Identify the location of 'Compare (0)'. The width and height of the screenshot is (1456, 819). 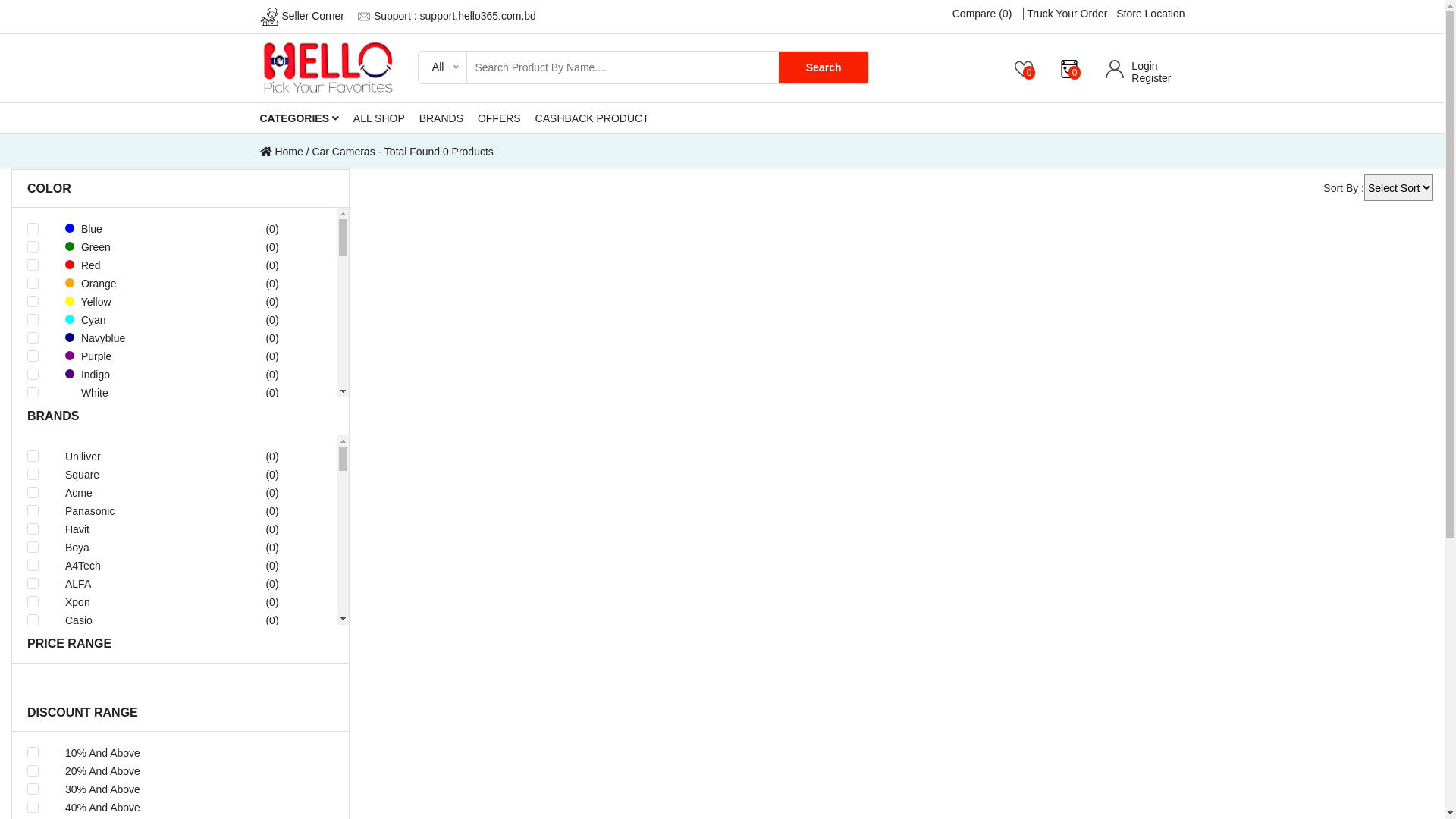
(982, 14).